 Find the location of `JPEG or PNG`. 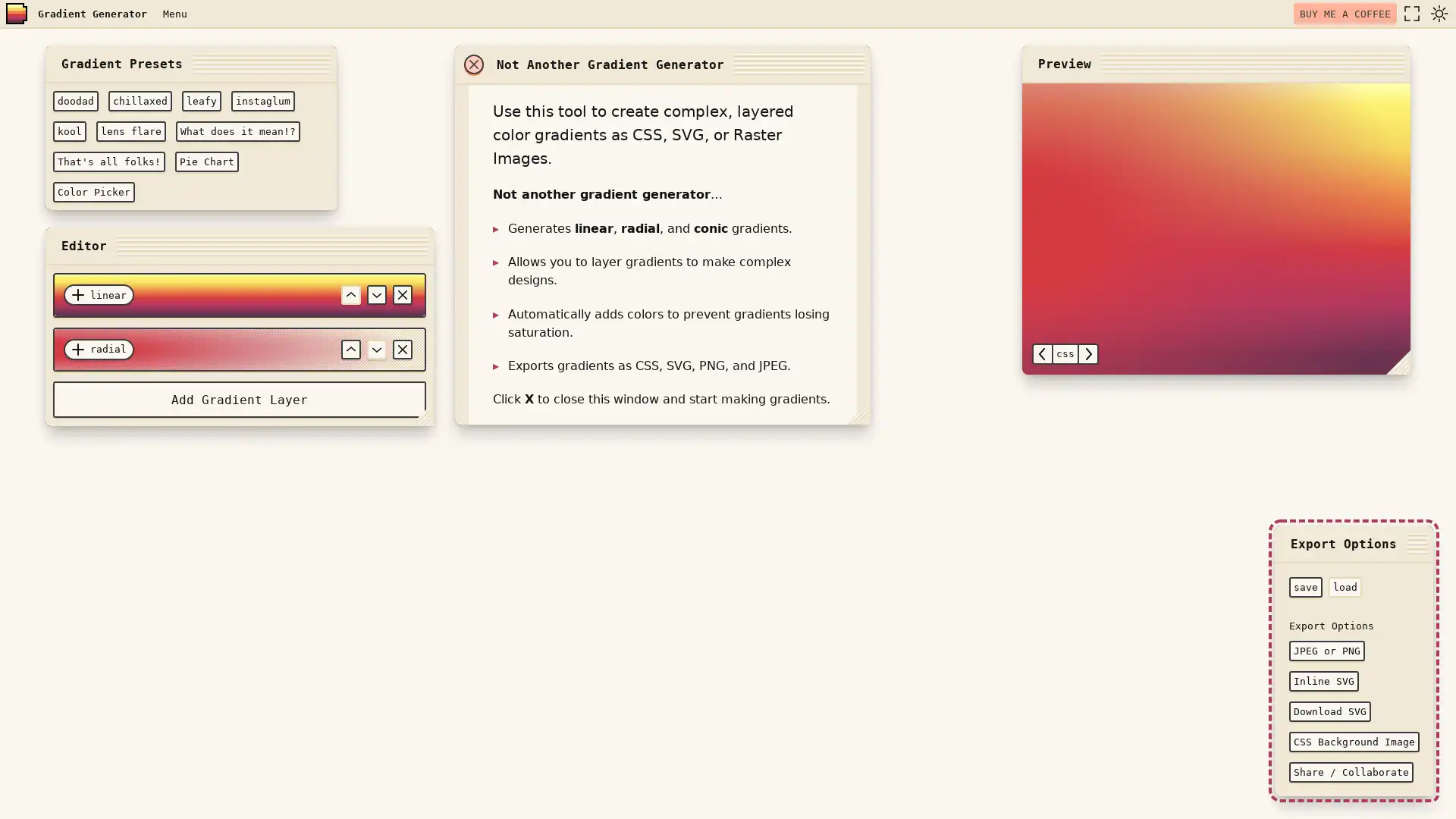

JPEG or PNG is located at coordinates (1325, 650).